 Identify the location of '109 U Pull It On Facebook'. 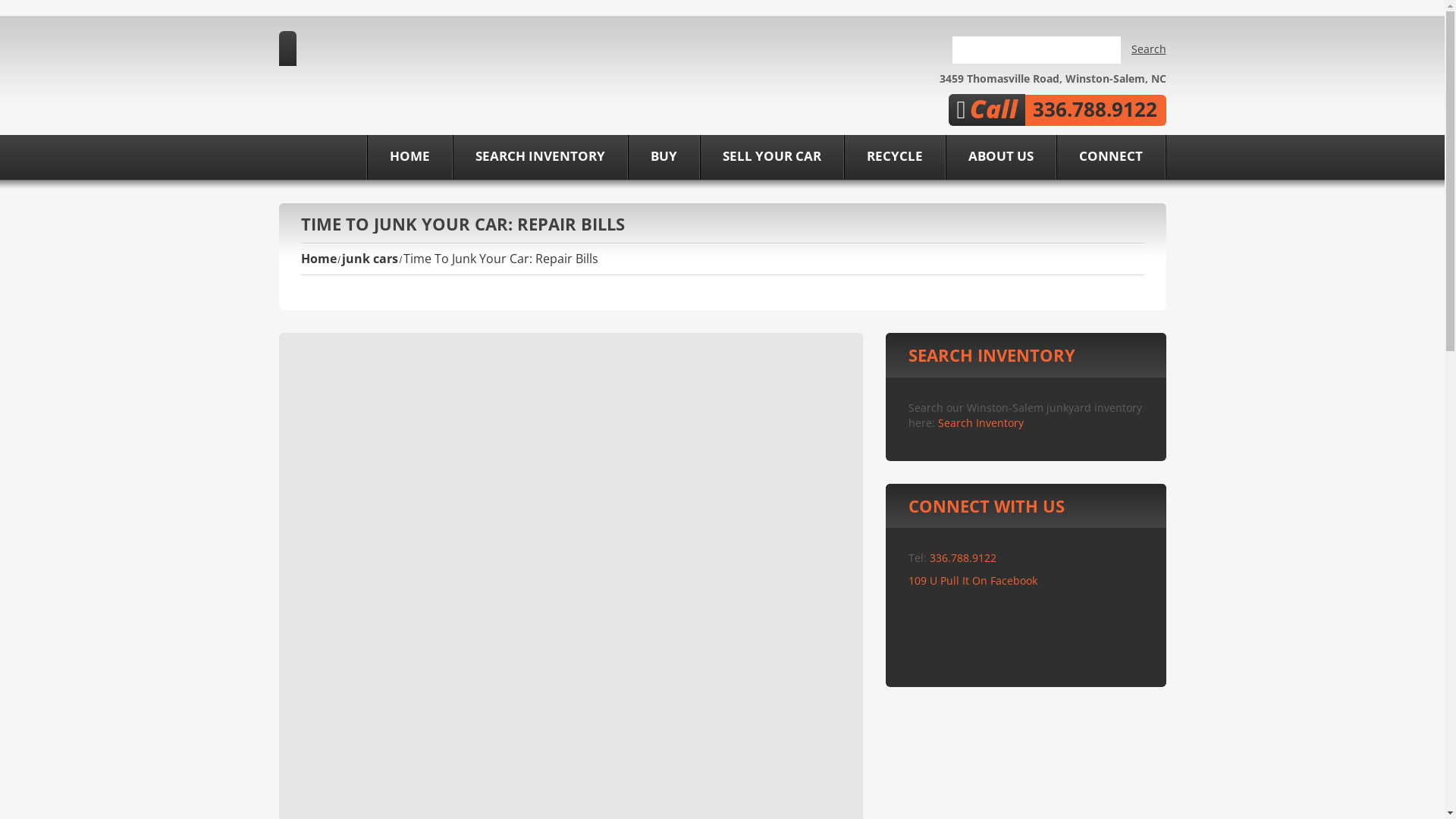
(972, 580).